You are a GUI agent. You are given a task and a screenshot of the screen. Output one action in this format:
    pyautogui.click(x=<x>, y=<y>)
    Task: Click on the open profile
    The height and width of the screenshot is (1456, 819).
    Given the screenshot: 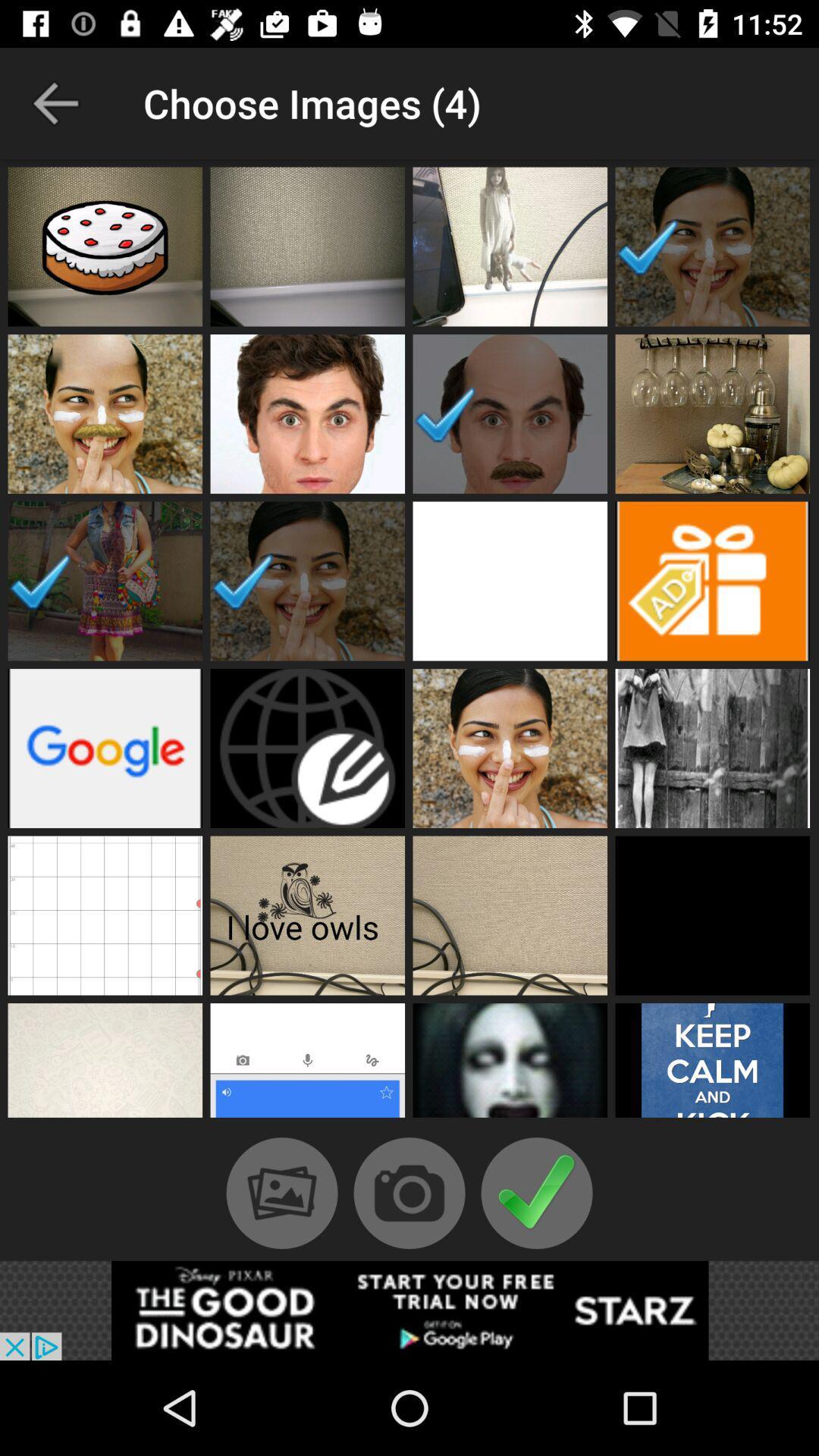 What is the action you would take?
    pyautogui.click(x=510, y=580)
    